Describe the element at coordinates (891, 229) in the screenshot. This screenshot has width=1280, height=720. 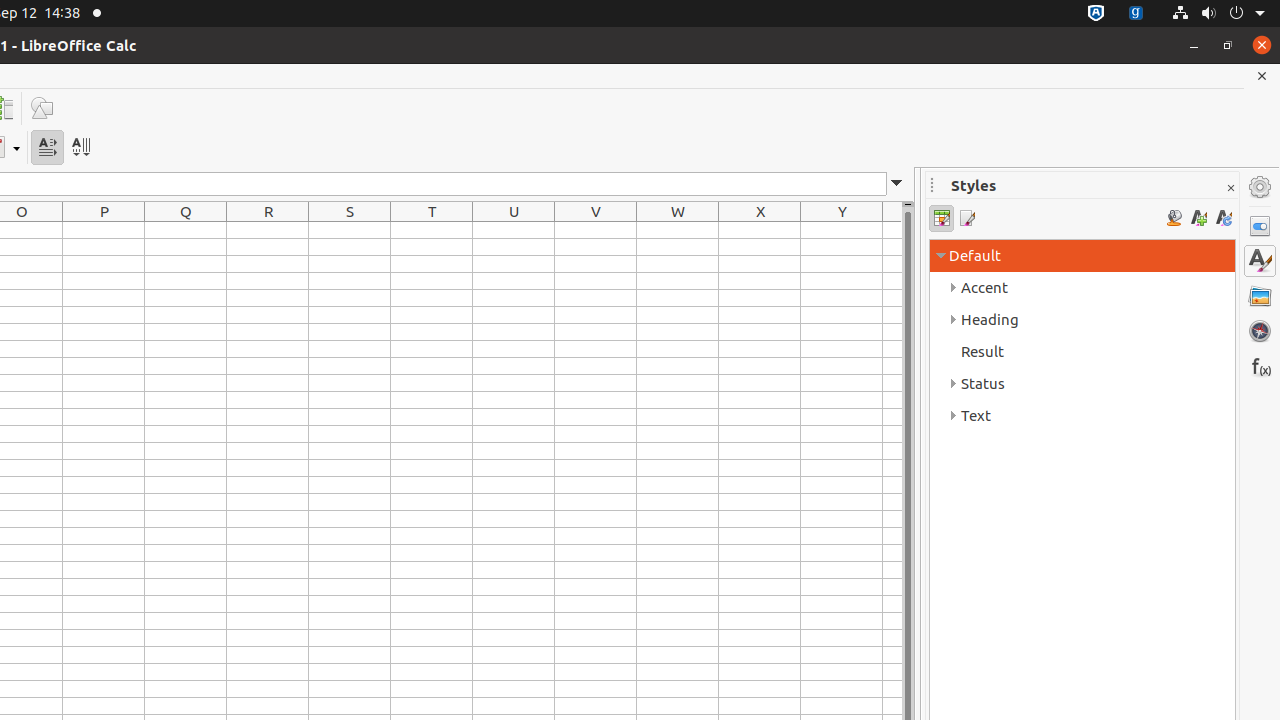
I see `'Z1'` at that location.